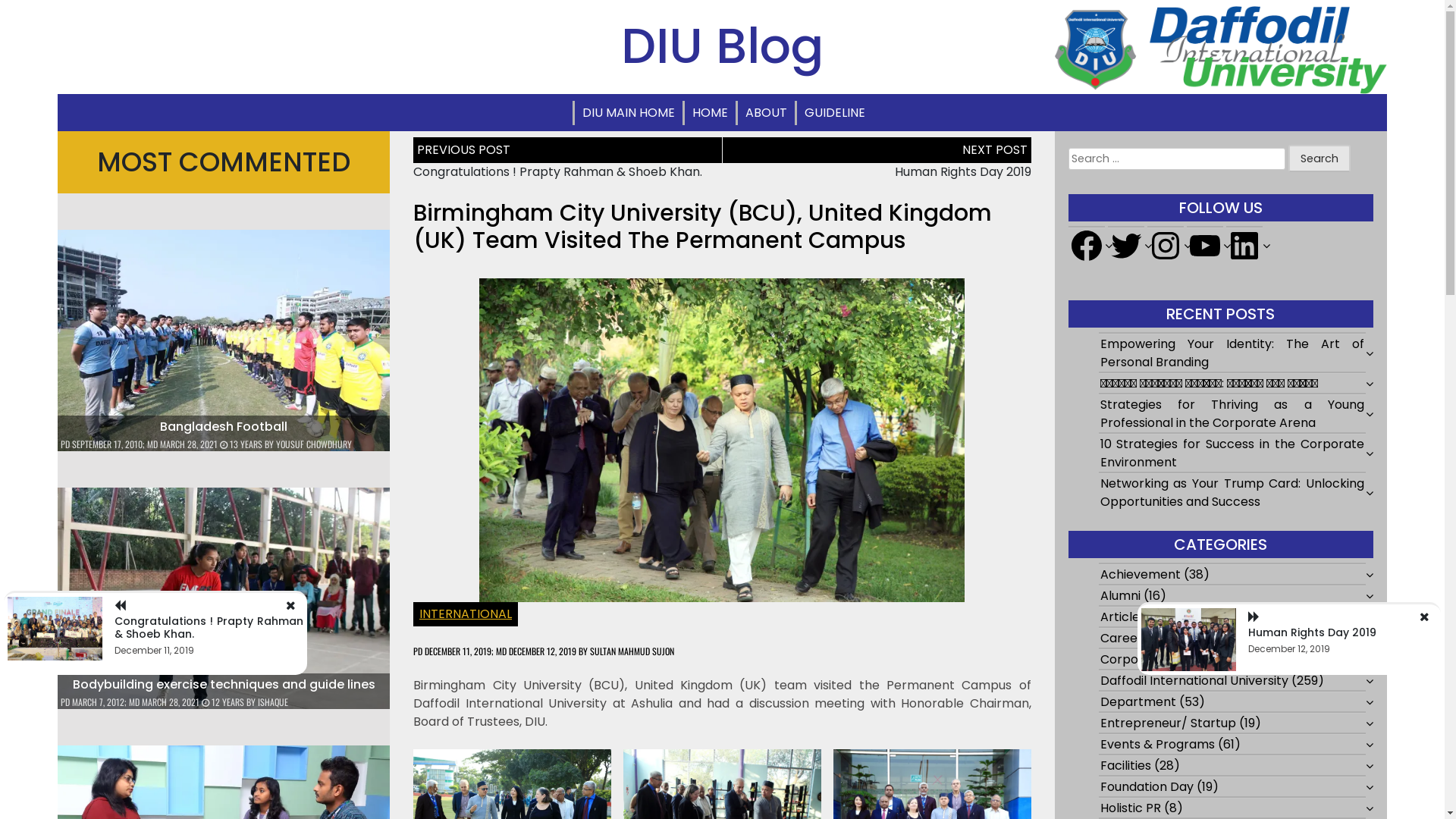 This screenshot has width=1456, height=819. What do you see at coordinates (1125, 245) in the screenshot?
I see `'Twitter'` at bounding box center [1125, 245].